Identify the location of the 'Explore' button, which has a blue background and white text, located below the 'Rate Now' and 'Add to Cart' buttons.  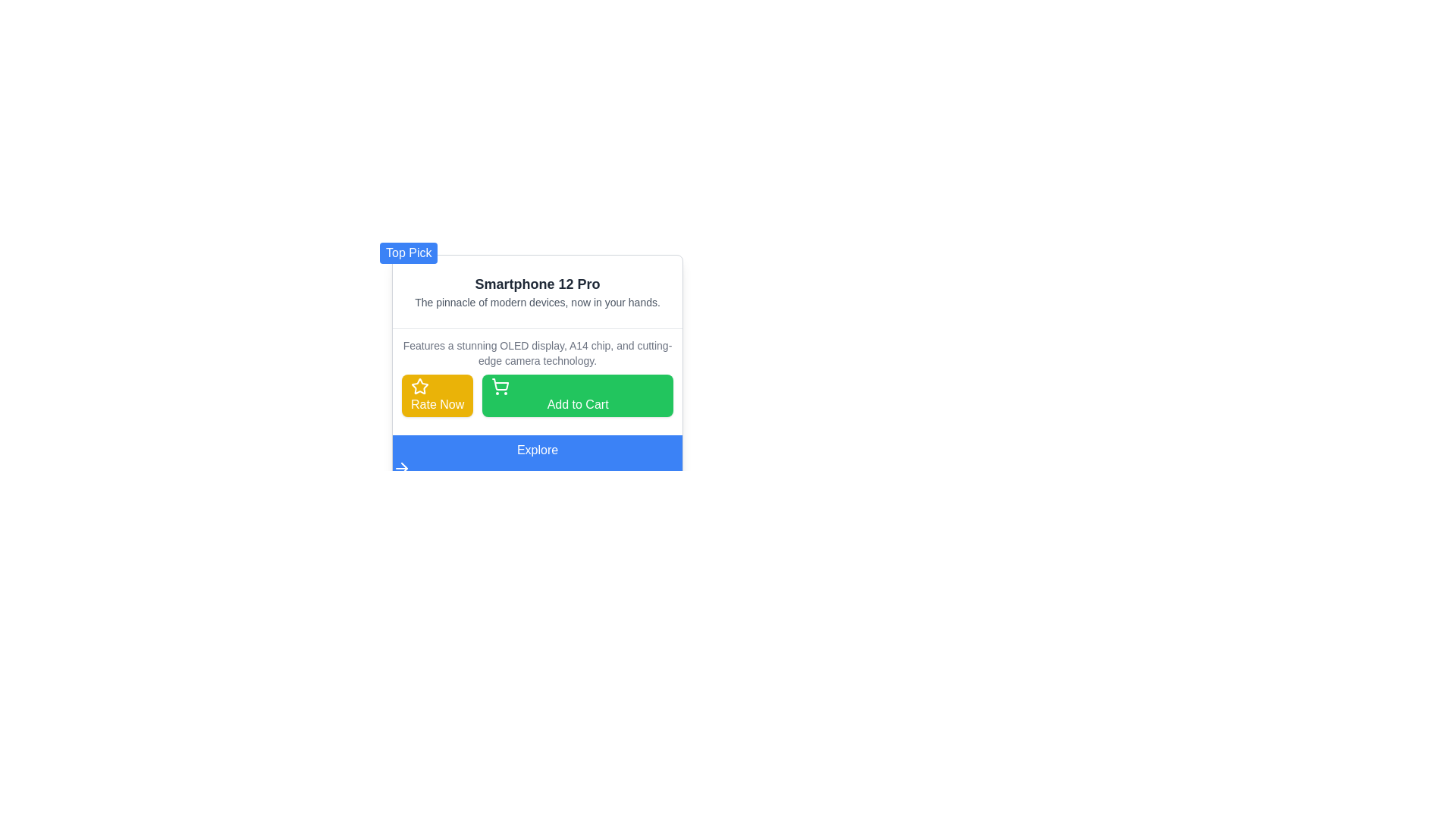
(538, 458).